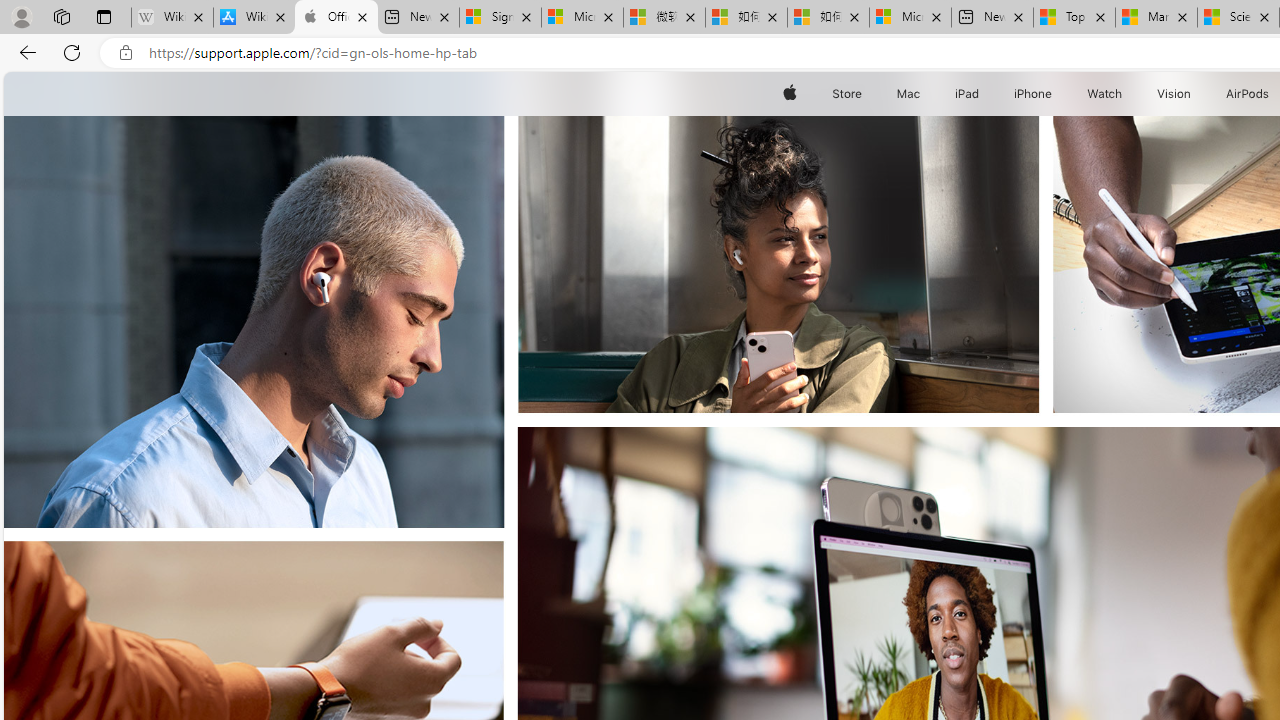 The height and width of the screenshot is (720, 1280). What do you see at coordinates (788, 93) in the screenshot?
I see `'Apple'` at bounding box center [788, 93].